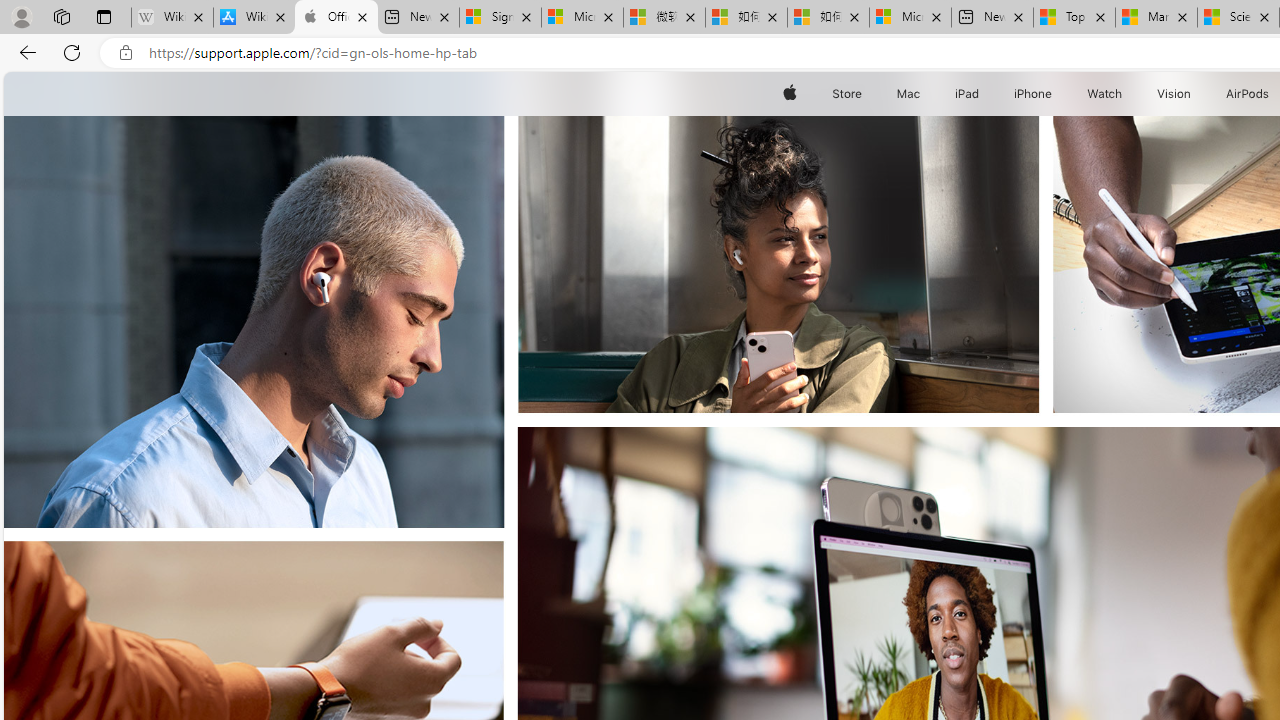 The height and width of the screenshot is (720, 1280). What do you see at coordinates (788, 93) in the screenshot?
I see `'Apple'` at bounding box center [788, 93].